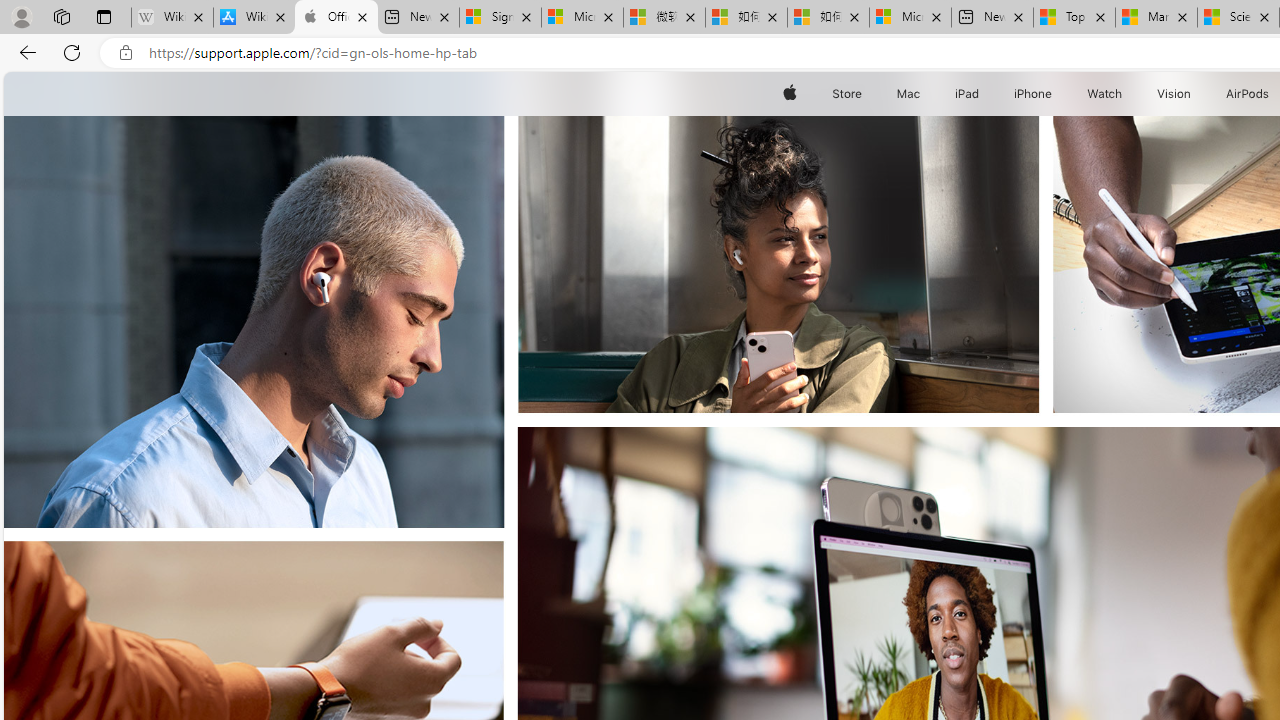 The height and width of the screenshot is (720, 1280). What do you see at coordinates (788, 93) in the screenshot?
I see `'Apple'` at bounding box center [788, 93].